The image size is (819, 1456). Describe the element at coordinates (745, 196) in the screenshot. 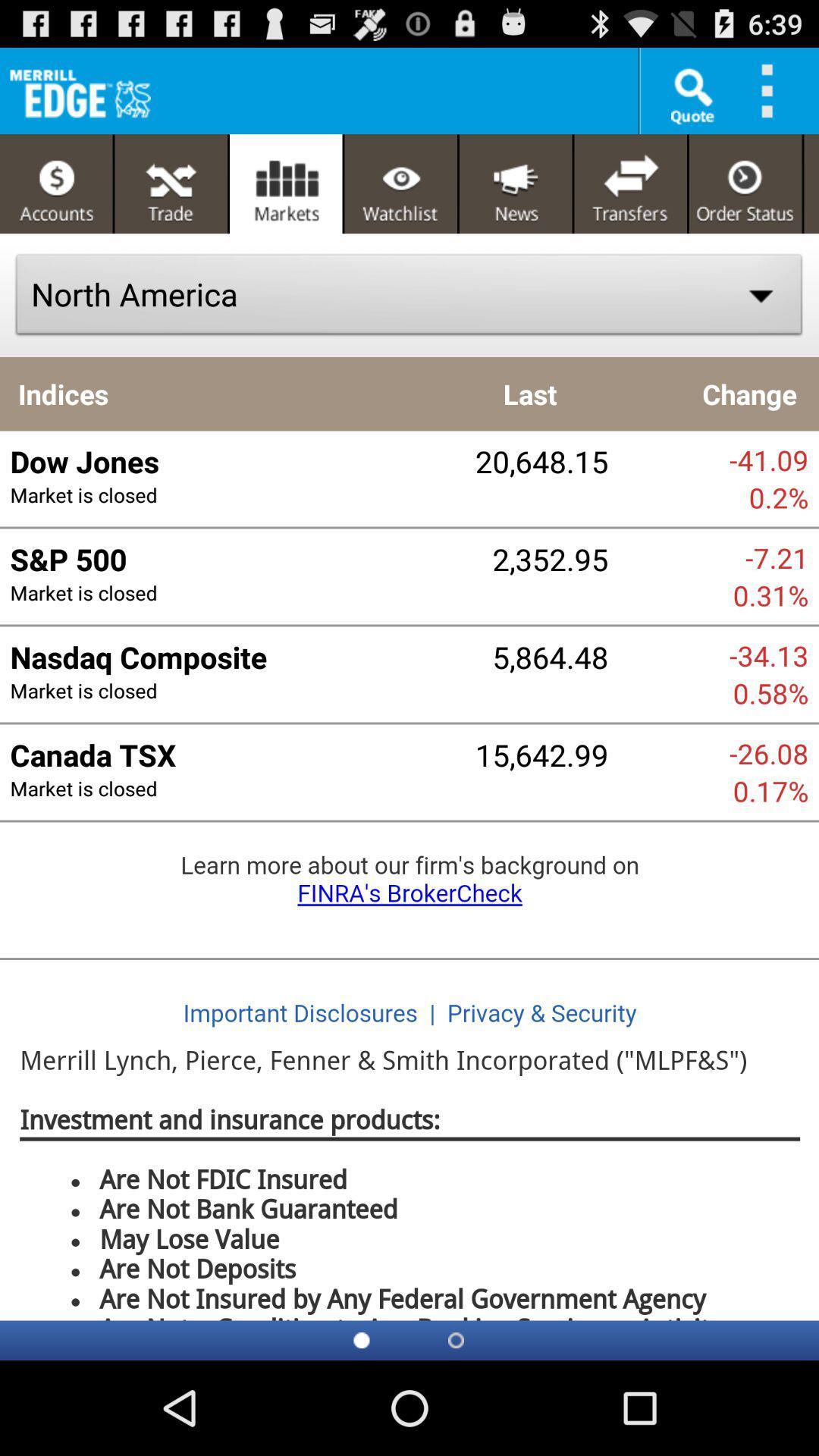

I see `the time icon` at that location.